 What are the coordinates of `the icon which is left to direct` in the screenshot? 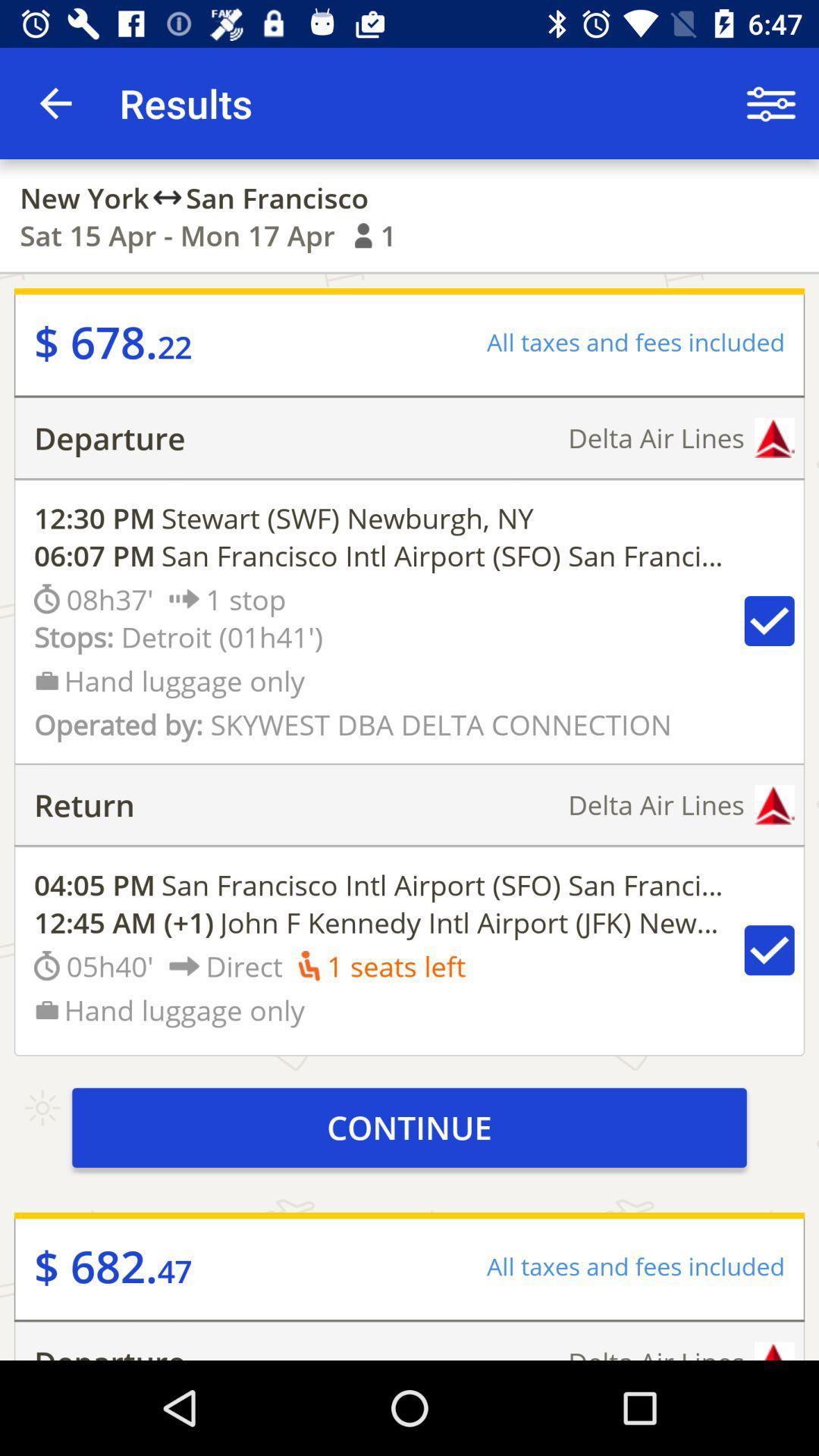 It's located at (184, 965).